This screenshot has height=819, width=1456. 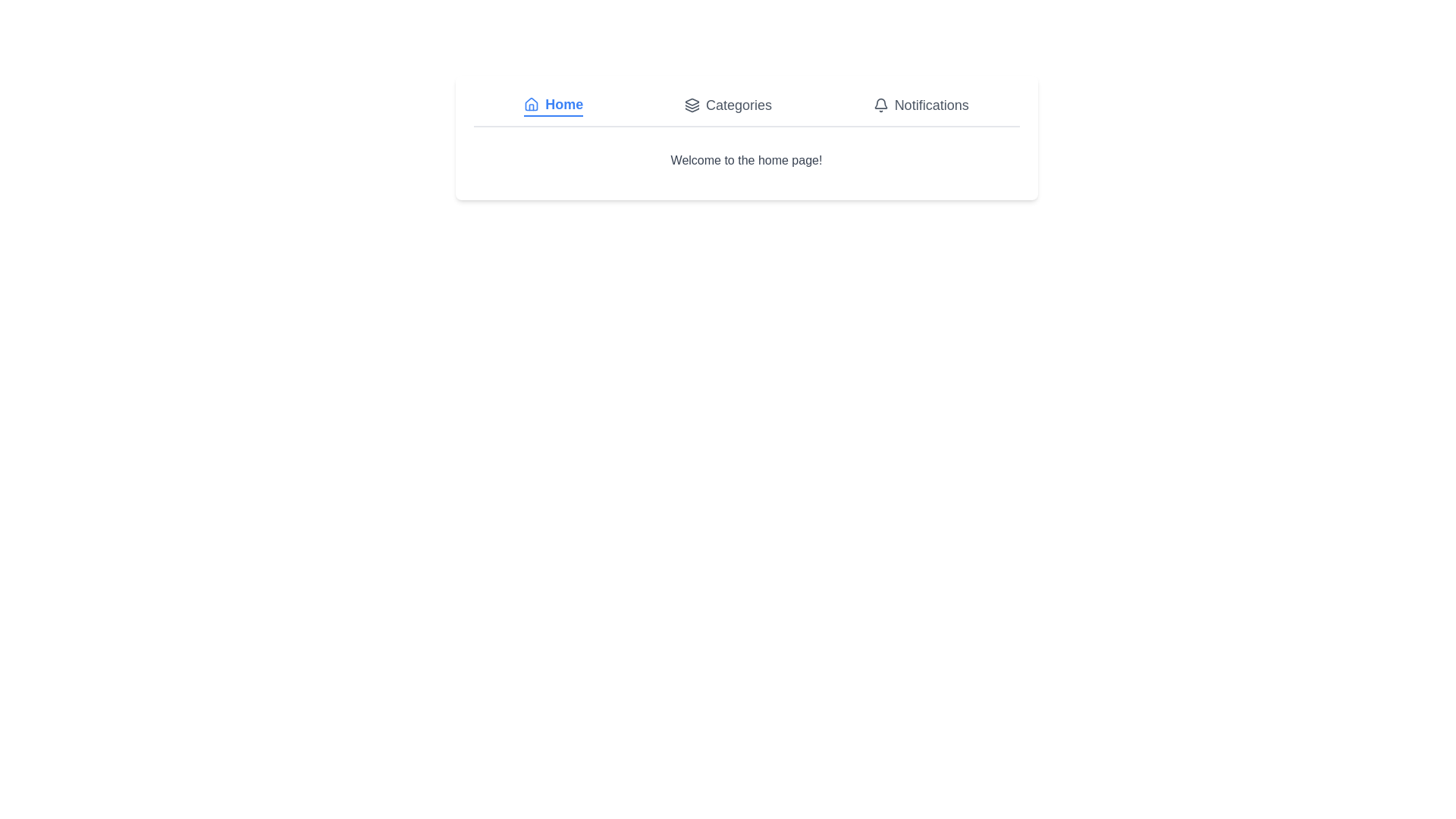 I want to click on the tab labeled Notifications to observe its visual style change, so click(x=920, y=104).